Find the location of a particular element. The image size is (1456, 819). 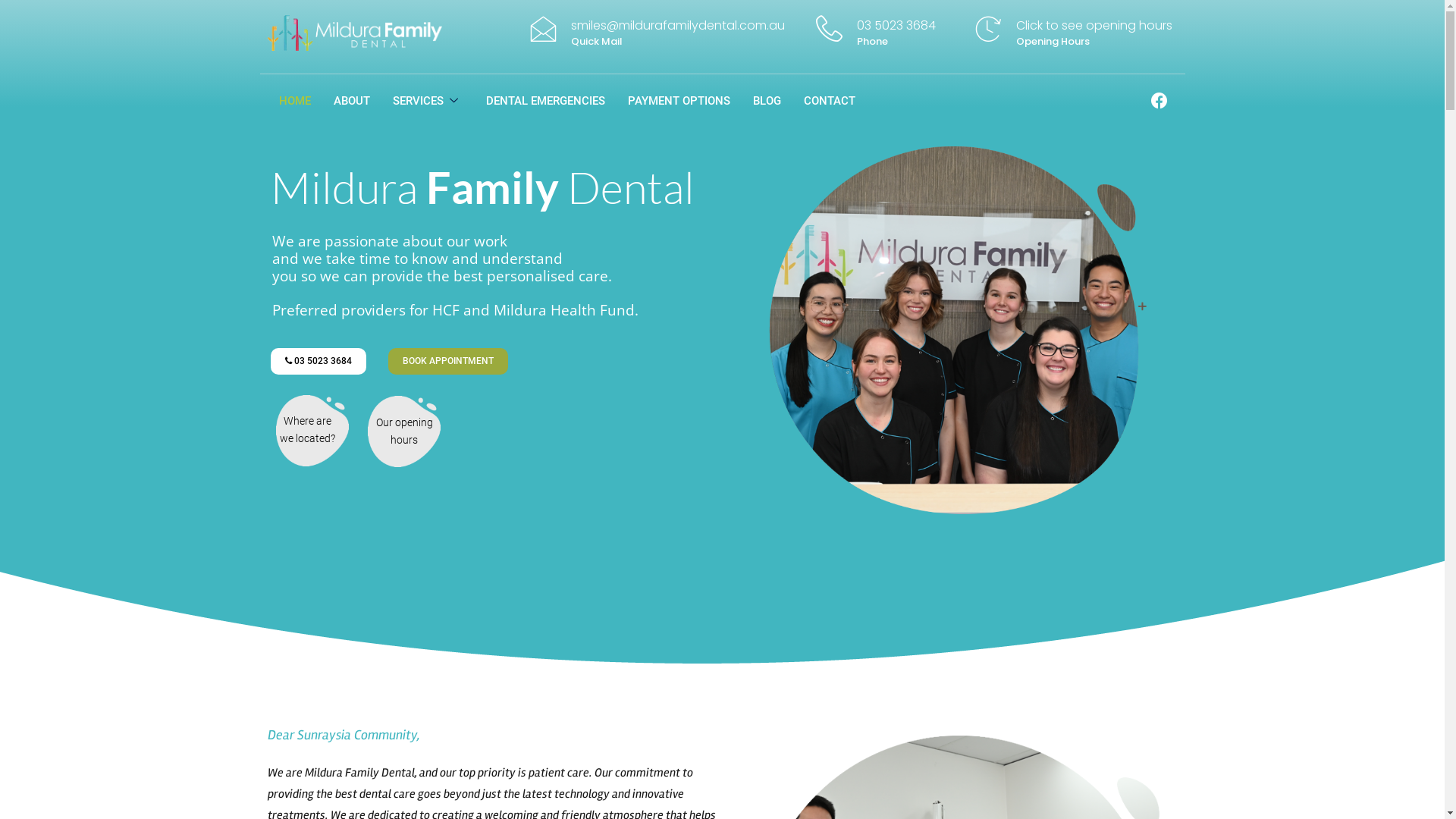

'DENTAL EMERGENCIES' is located at coordinates (473, 100).